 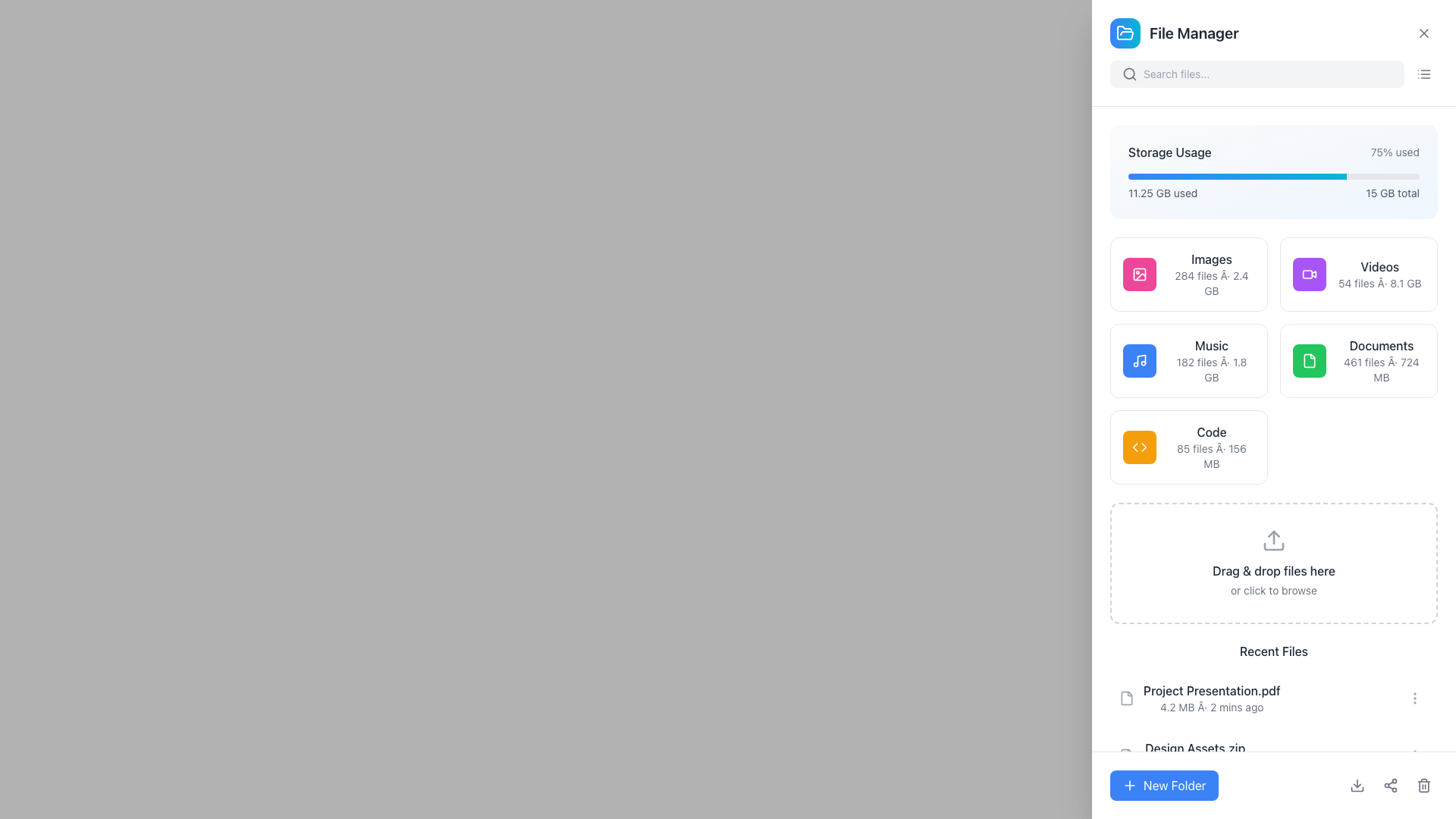 What do you see at coordinates (1193, 33) in the screenshot?
I see `the static text label indicating the 'File Manager' section, located next to the blue file folder icon at the top of the interface` at bounding box center [1193, 33].